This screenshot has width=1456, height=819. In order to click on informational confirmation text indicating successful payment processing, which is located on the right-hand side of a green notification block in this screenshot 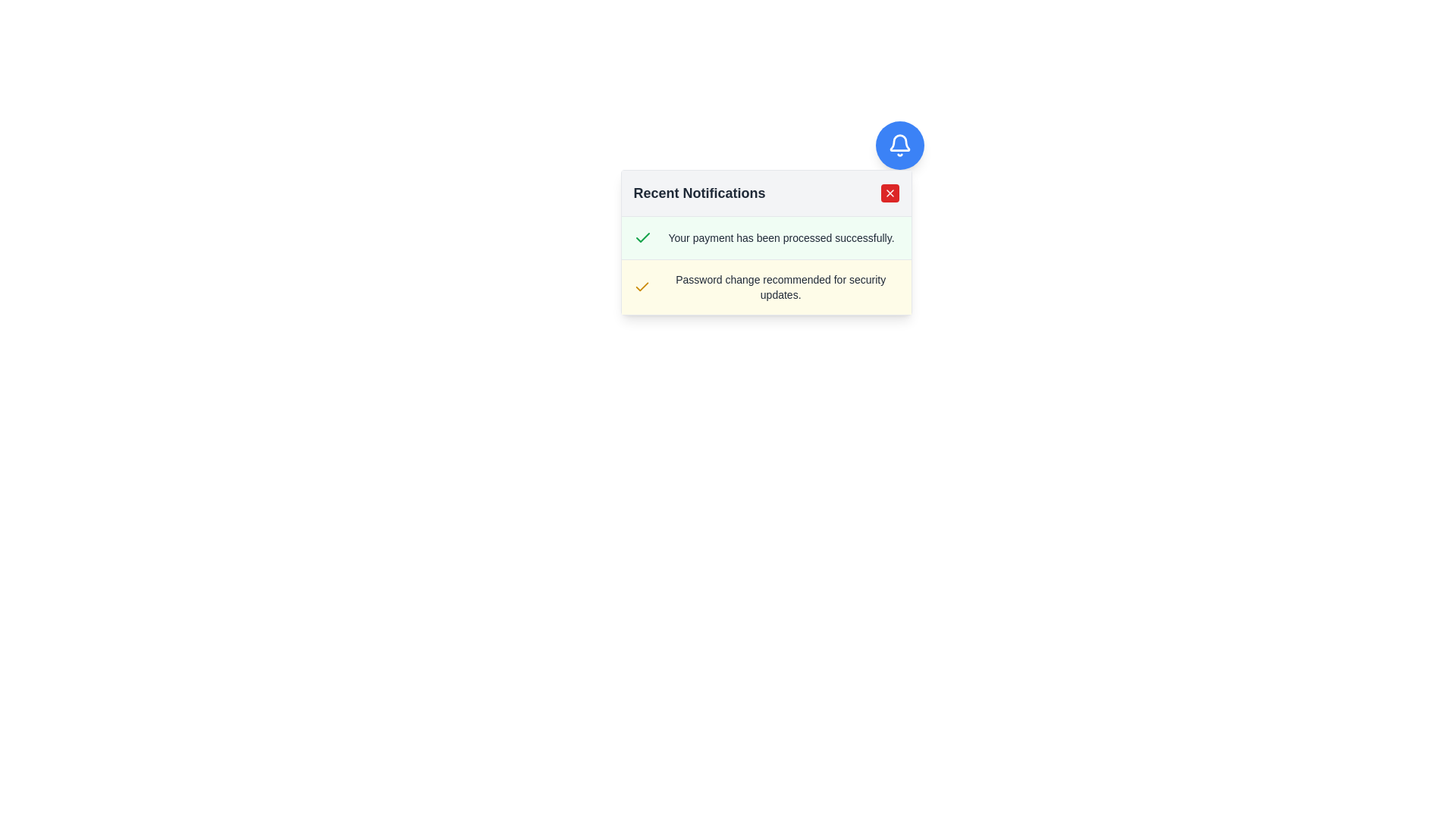, I will do `click(781, 237)`.